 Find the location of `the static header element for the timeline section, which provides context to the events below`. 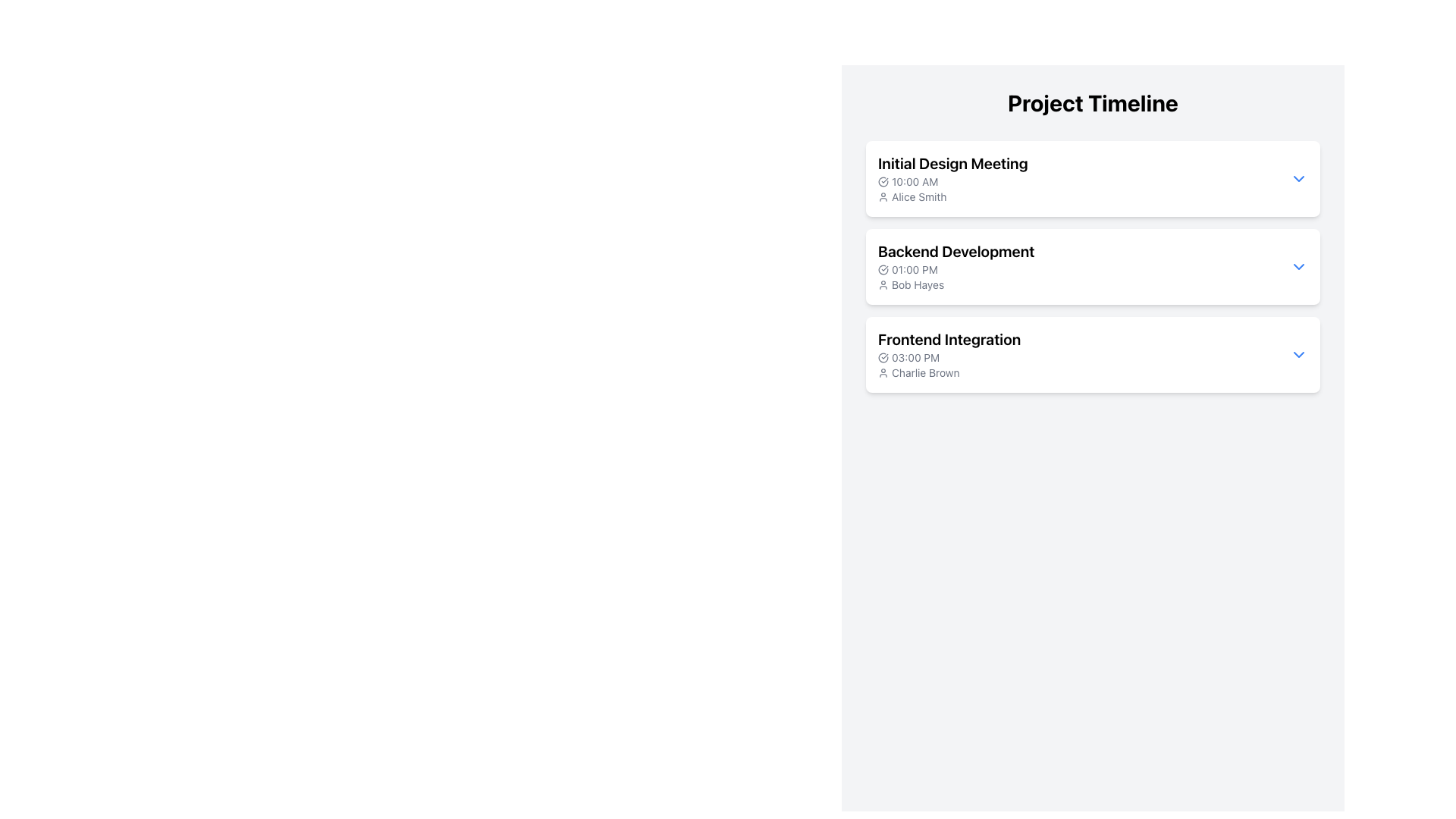

the static header element for the timeline section, which provides context to the events below is located at coordinates (1093, 102).